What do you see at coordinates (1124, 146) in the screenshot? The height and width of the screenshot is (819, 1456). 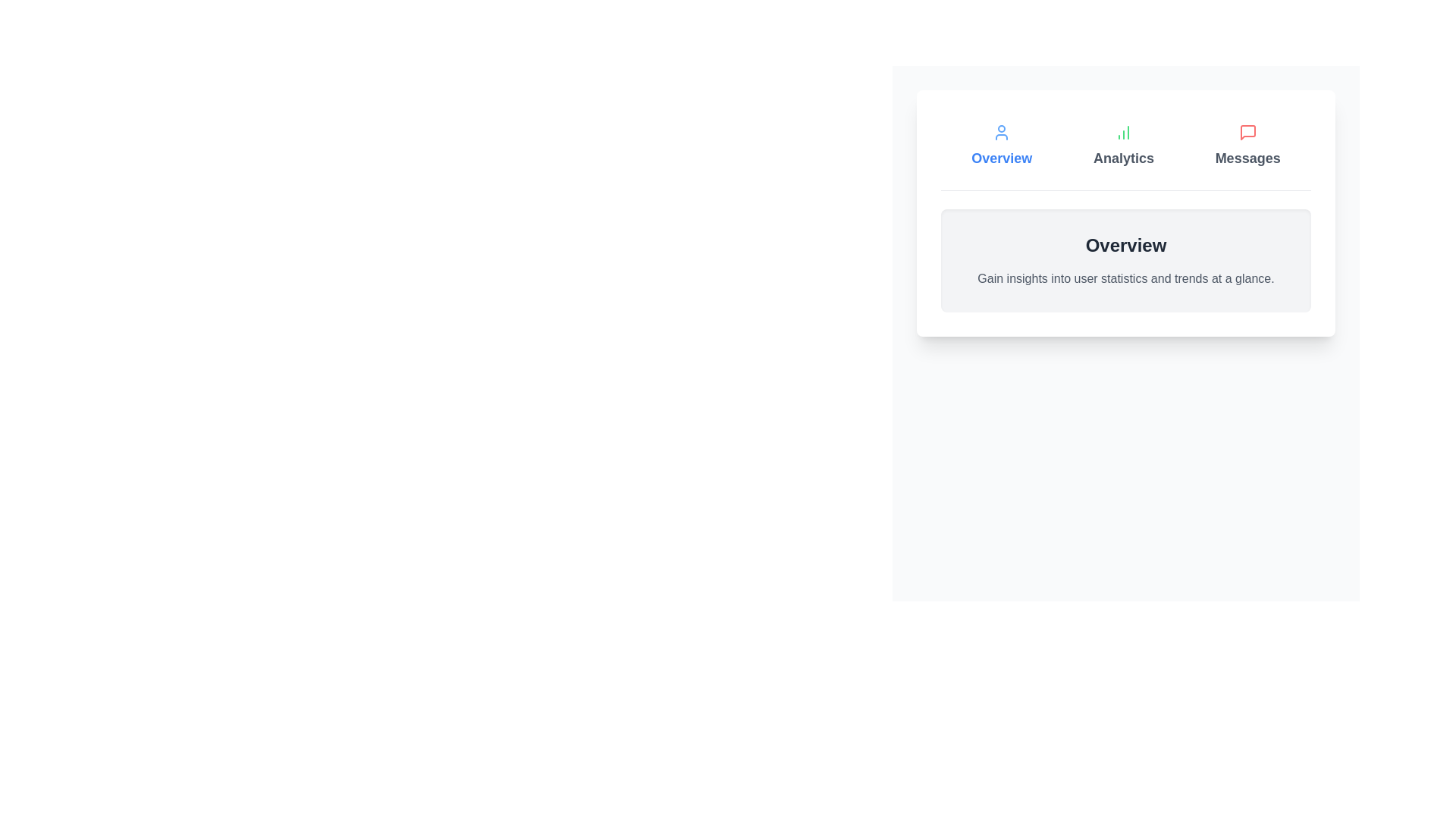 I see `the Analytics tab` at bounding box center [1124, 146].